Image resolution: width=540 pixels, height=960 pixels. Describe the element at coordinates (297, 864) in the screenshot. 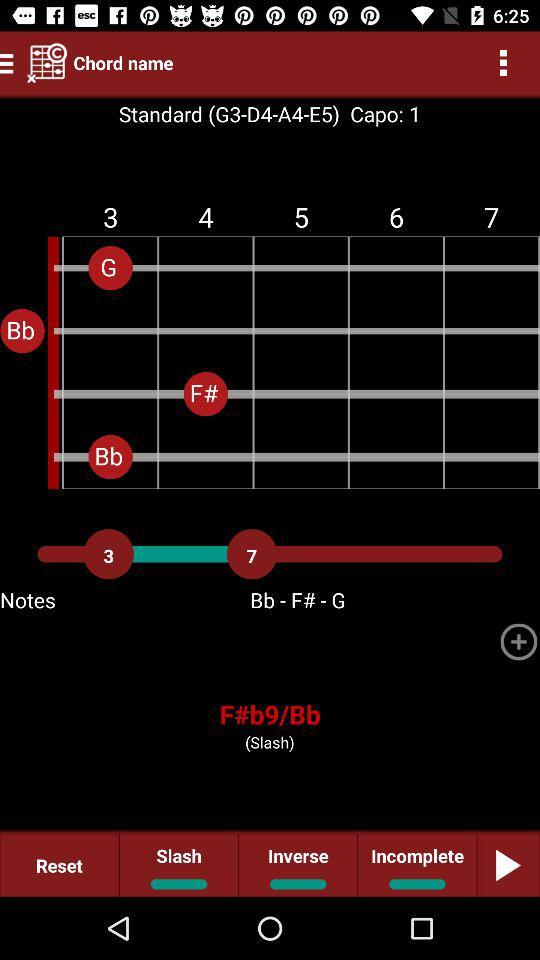

I see `the item to the left of incomplete item` at that location.